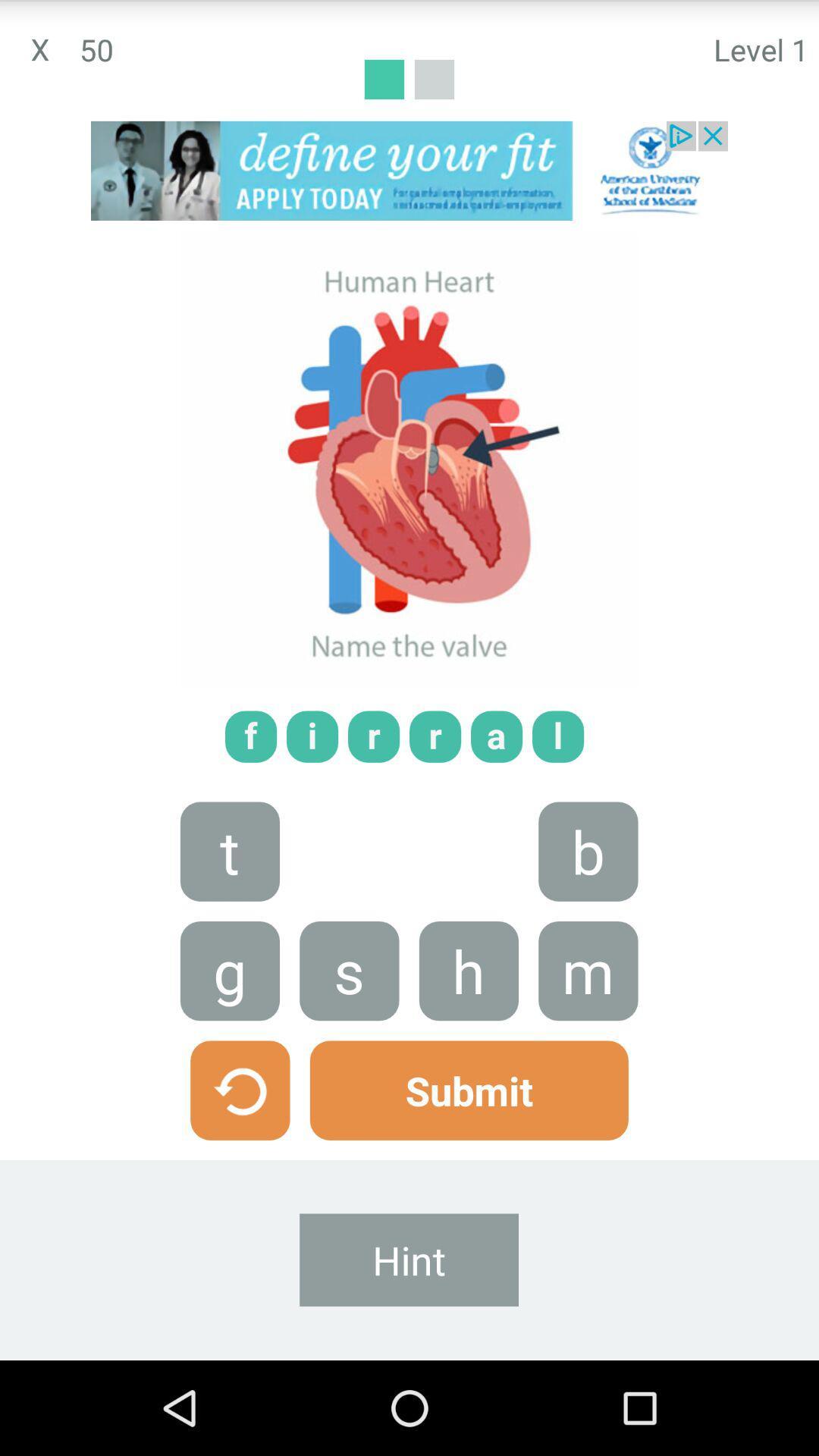 The image size is (819, 1456). I want to click on adverstisment, so click(409, 171).